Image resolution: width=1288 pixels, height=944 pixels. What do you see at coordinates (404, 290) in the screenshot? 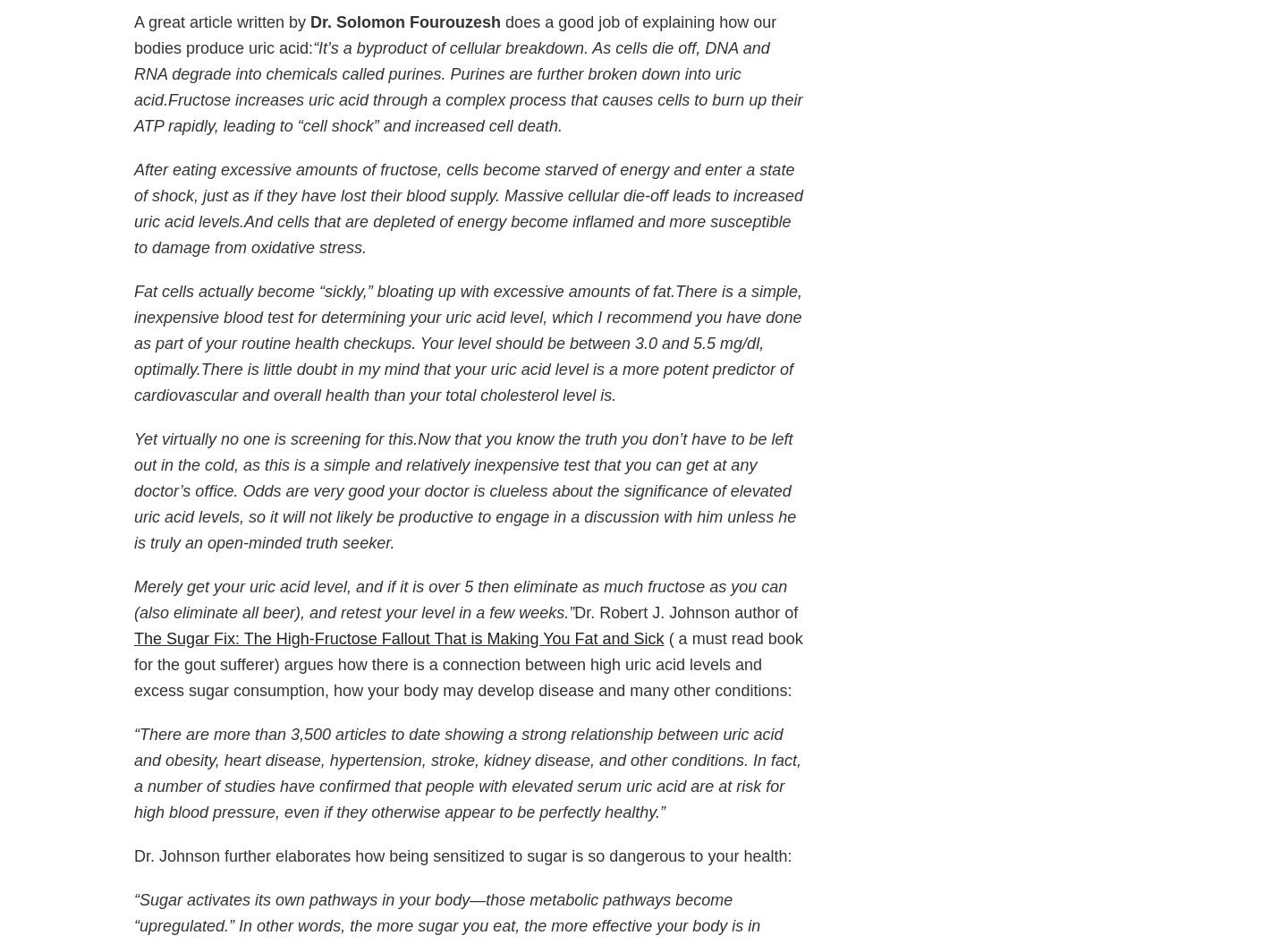
I see `'Fat cells actually become “sickly,” bloating up with excessive amounts of fat.'` at bounding box center [404, 290].